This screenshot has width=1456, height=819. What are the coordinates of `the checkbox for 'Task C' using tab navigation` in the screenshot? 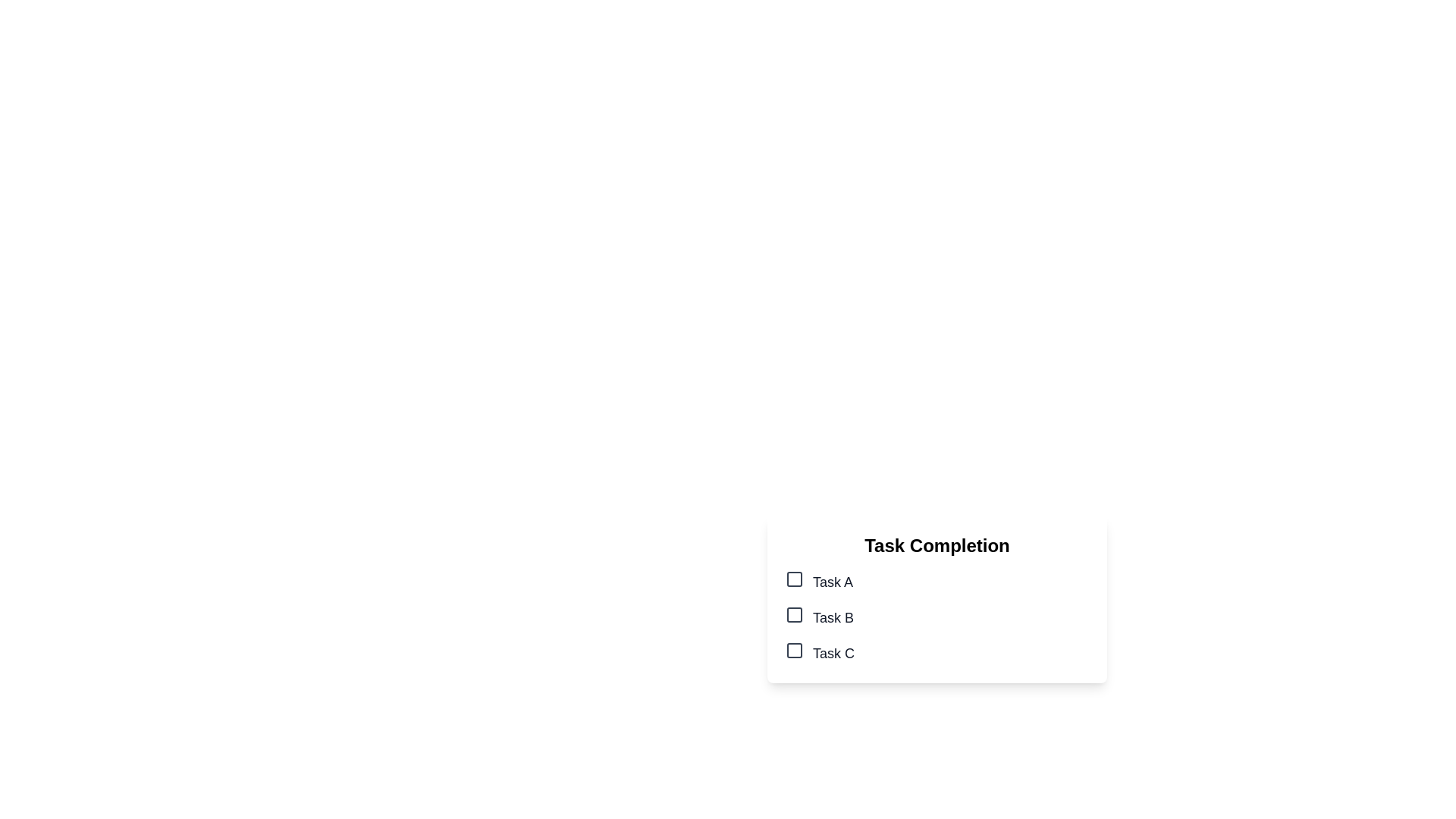 It's located at (937, 652).